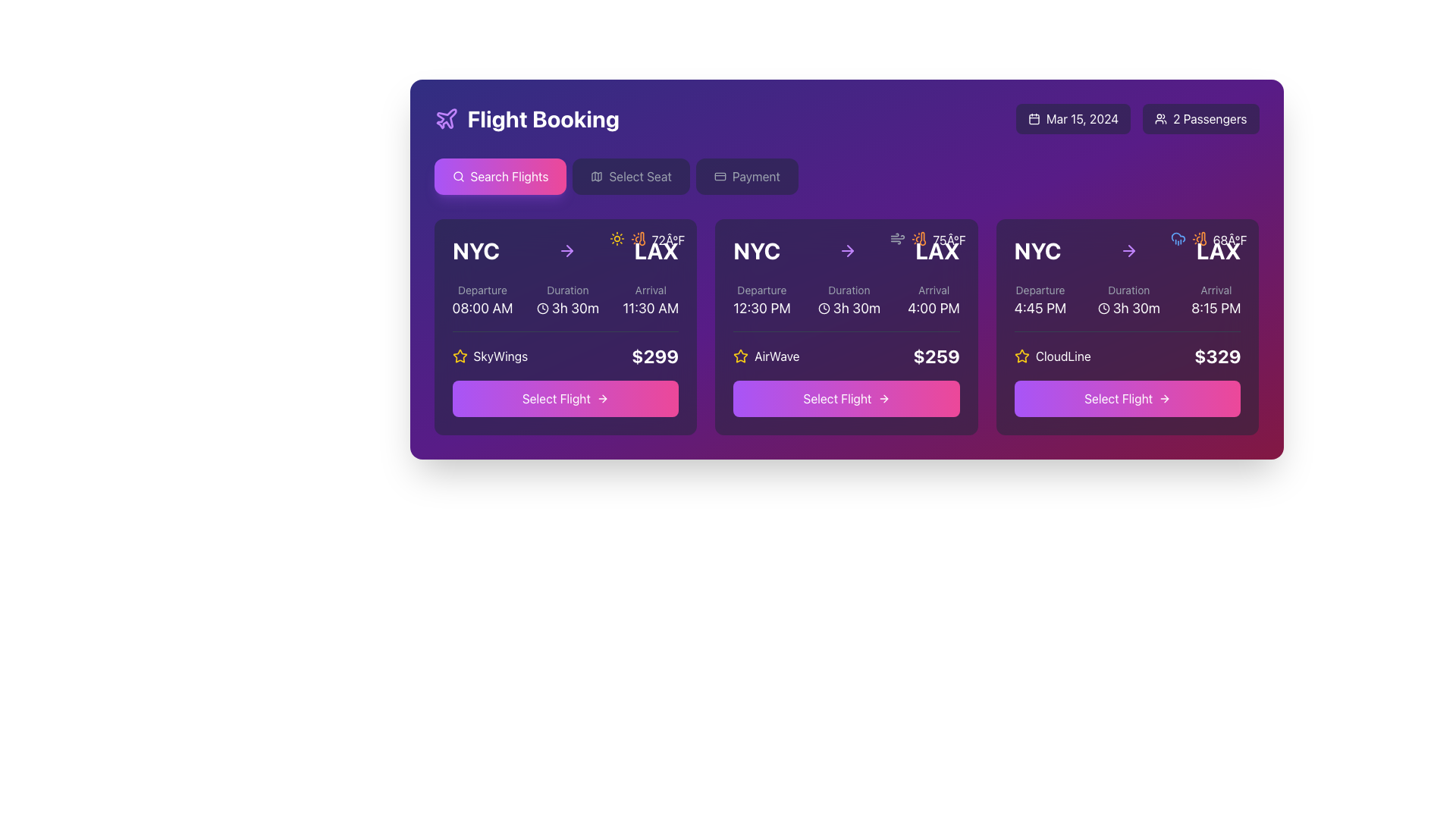 This screenshot has height=819, width=1456. I want to click on the clock icon located to the left of the text '3h 30m' in the flight information card for the flight departing at 12:30 PM and arriving at 4:00 PM, so click(823, 308).